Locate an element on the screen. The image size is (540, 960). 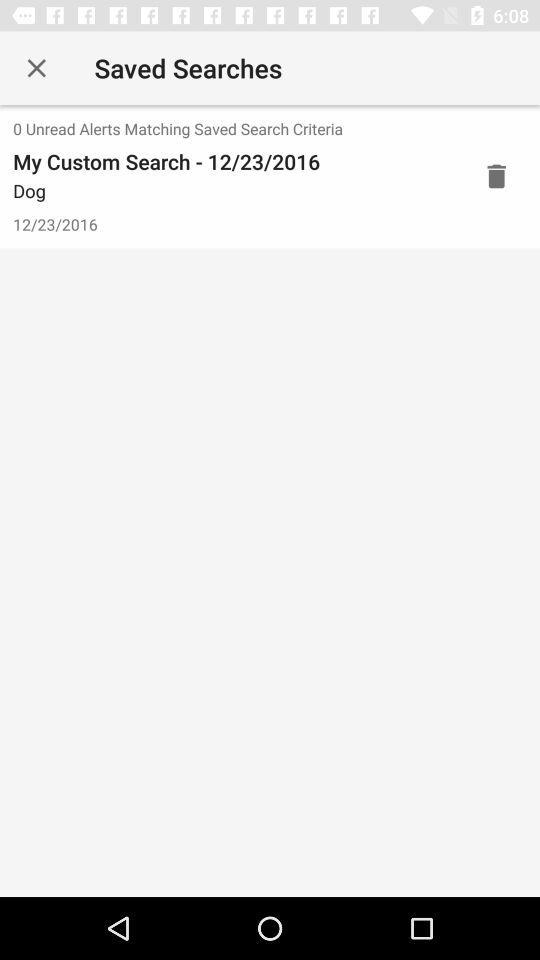
the item next to my custom search is located at coordinates (495, 175).